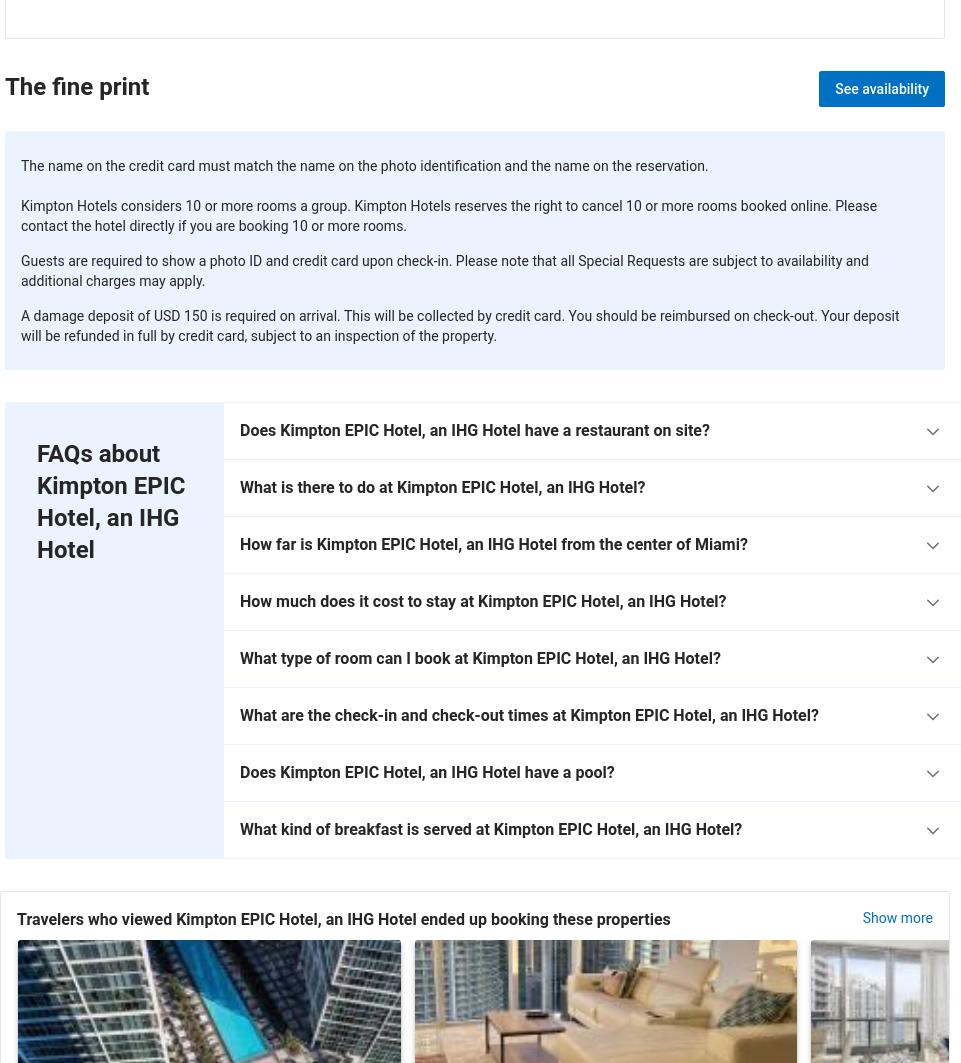 The width and height of the screenshot is (961, 1063). What do you see at coordinates (109, 501) in the screenshot?
I see `'FAQs about Kimpton EPIC Hotel, an IHG Hotel'` at bounding box center [109, 501].